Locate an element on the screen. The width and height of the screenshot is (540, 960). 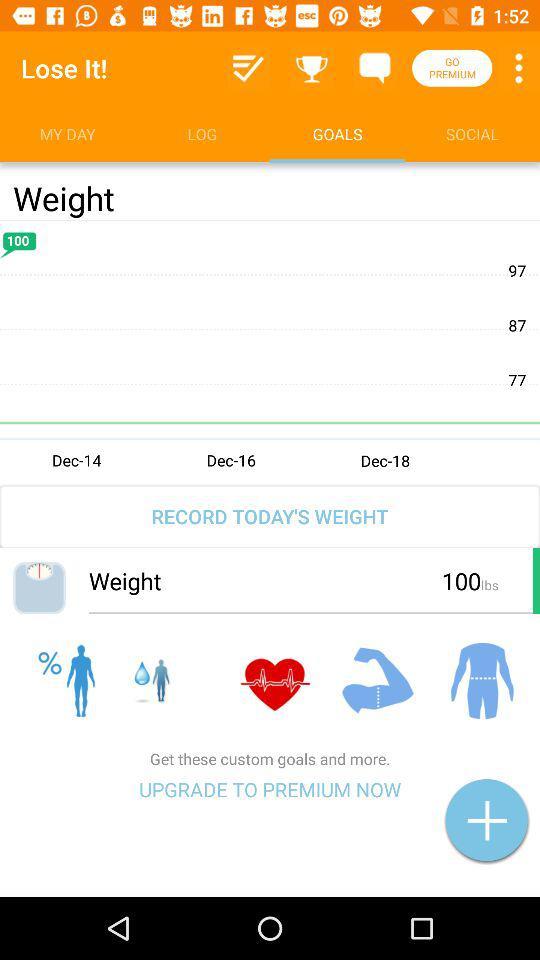
more menu options is located at coordinates (518, 68).